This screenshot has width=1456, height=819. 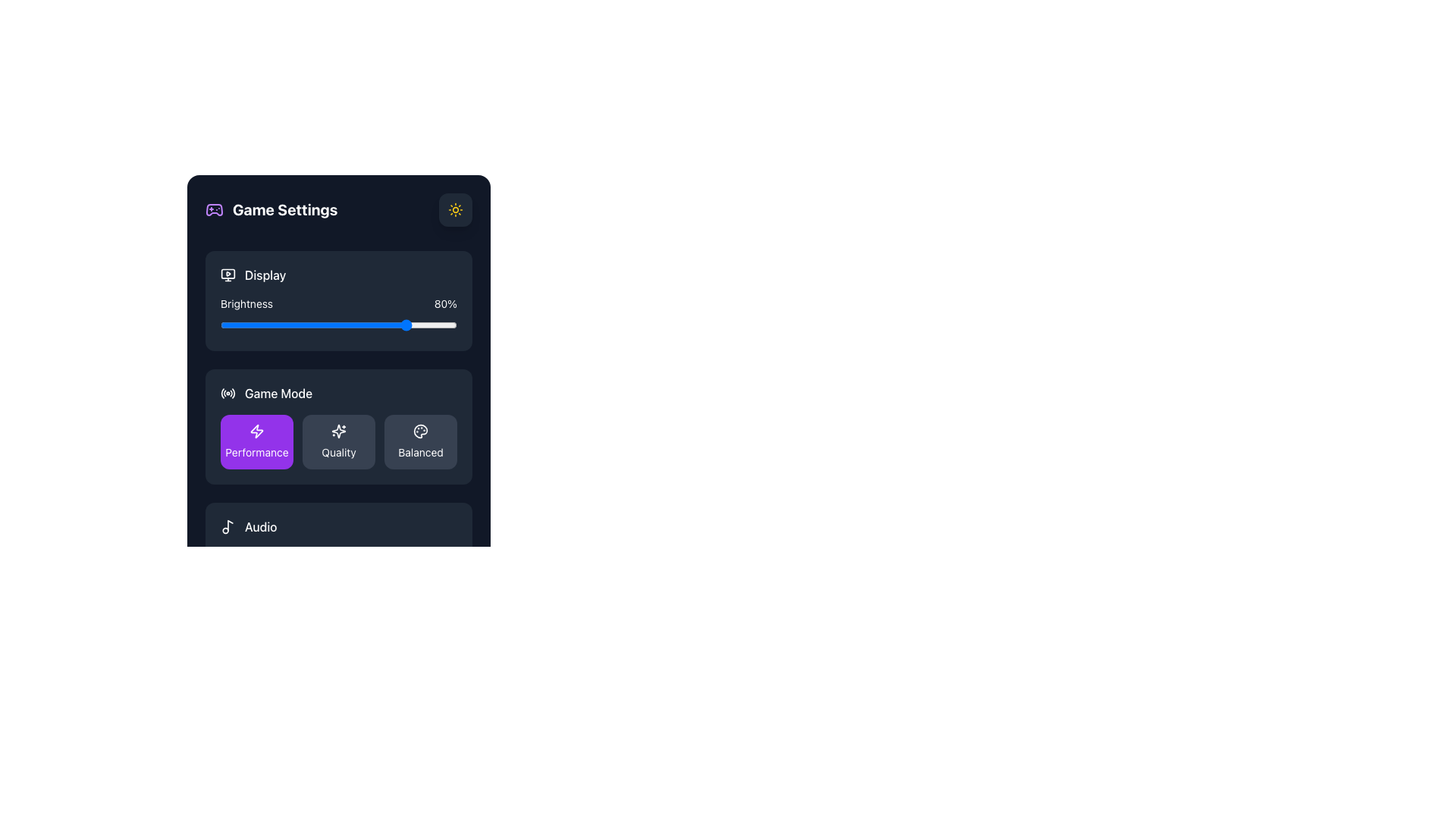 I want to click on the text label element displaying 'Quality', which is centrally aligned in the bottom half of the middle button in the 'Game Mode' row, so click(x=337, y=452).